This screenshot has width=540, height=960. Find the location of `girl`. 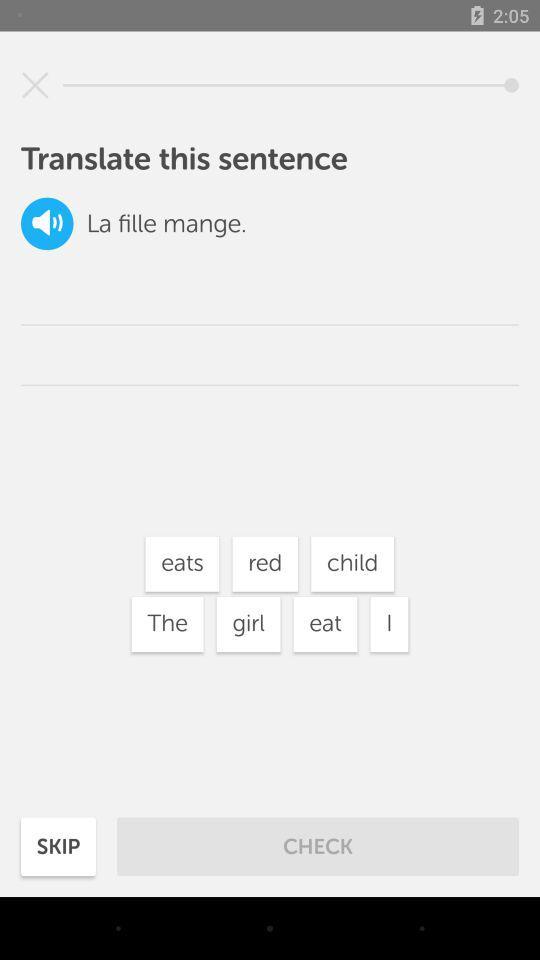

girl is located at coordinates (248, 623).